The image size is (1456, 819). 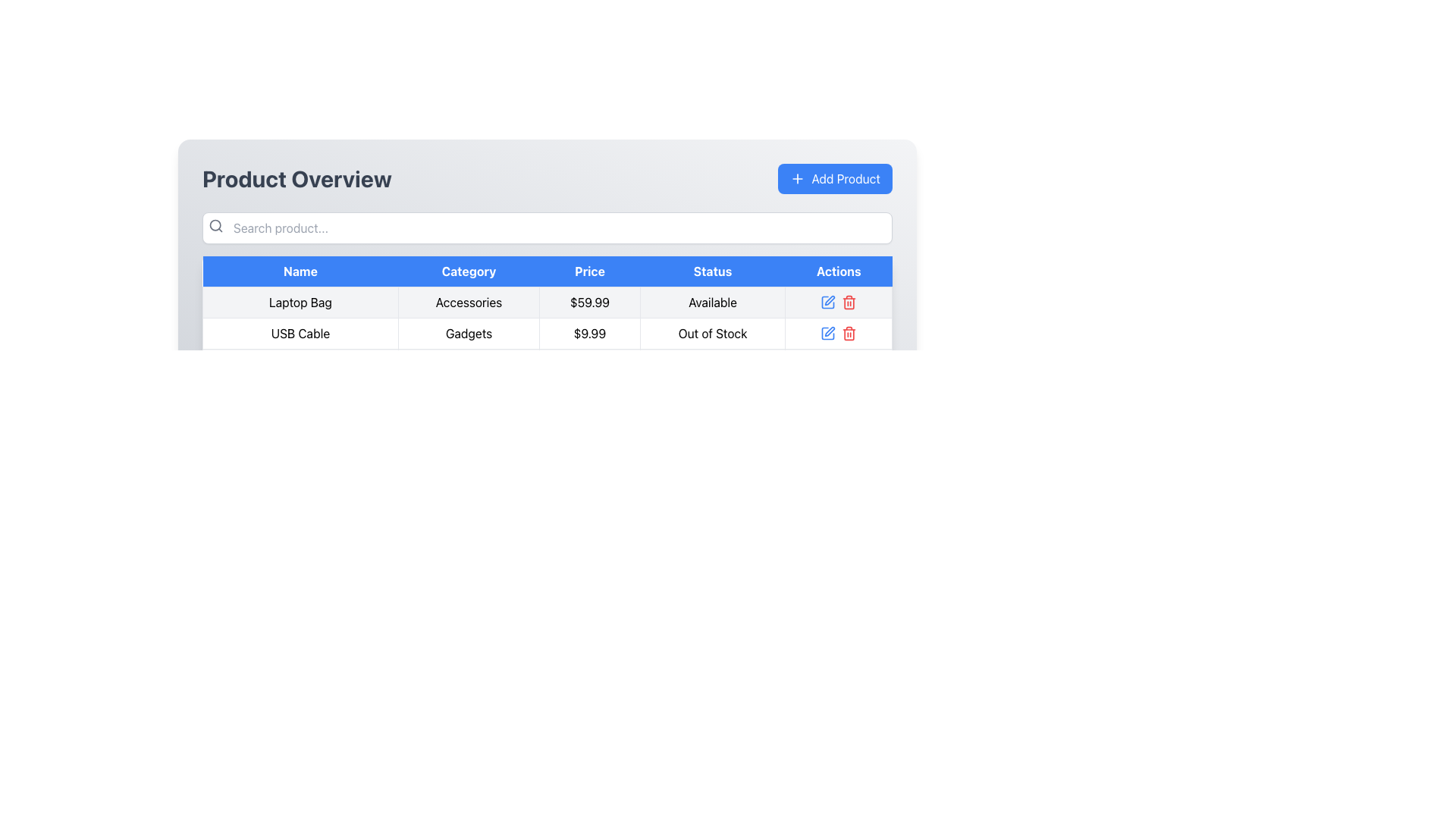 I want to click on the trash icon in the 'Actions' column corresponding to the product entry 'USB Cable' to change its color, so click(x=849, y=302).